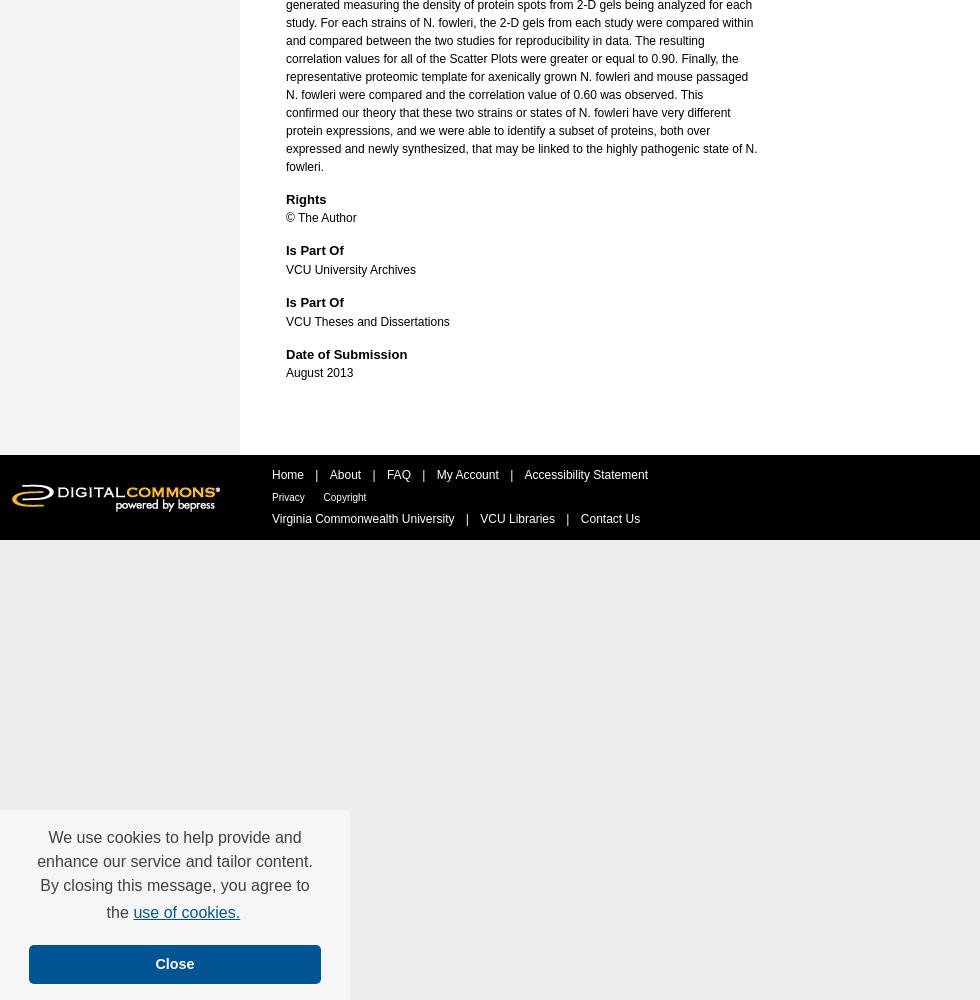 The image size is (980, 1000). What do you see at coordinates (174, 875) in the screenshot?
I see `'We use cookies to help provide and enhance our service and tailor content. By closing this message, you agree to the'` at bounding box center [174, 875].